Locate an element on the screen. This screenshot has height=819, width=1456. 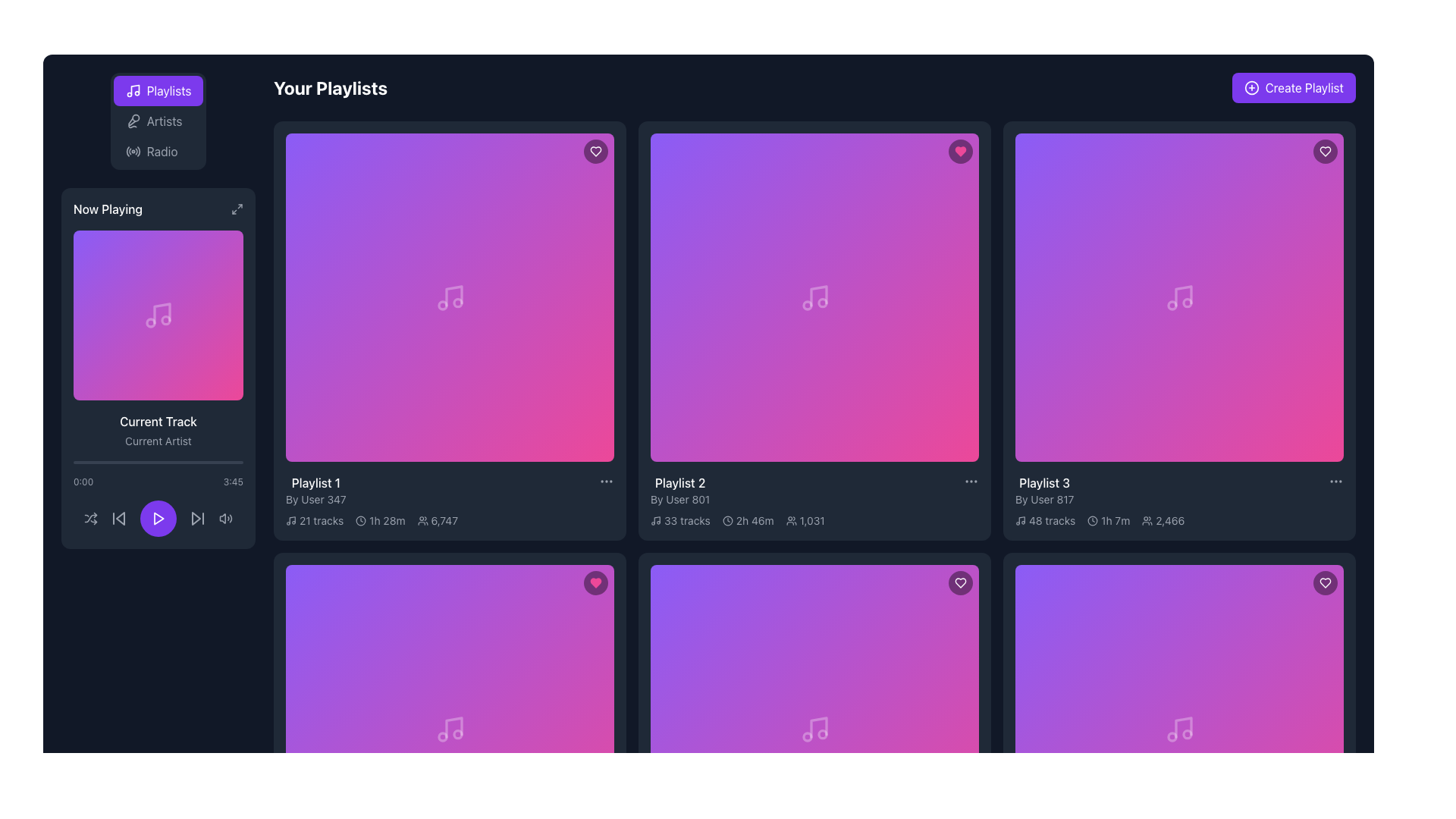
time displayed on the Text Label showing '3:45' in a light gray font, located in the bottom right of the 'Now Playing' panel is located at coordinates (232, 482).